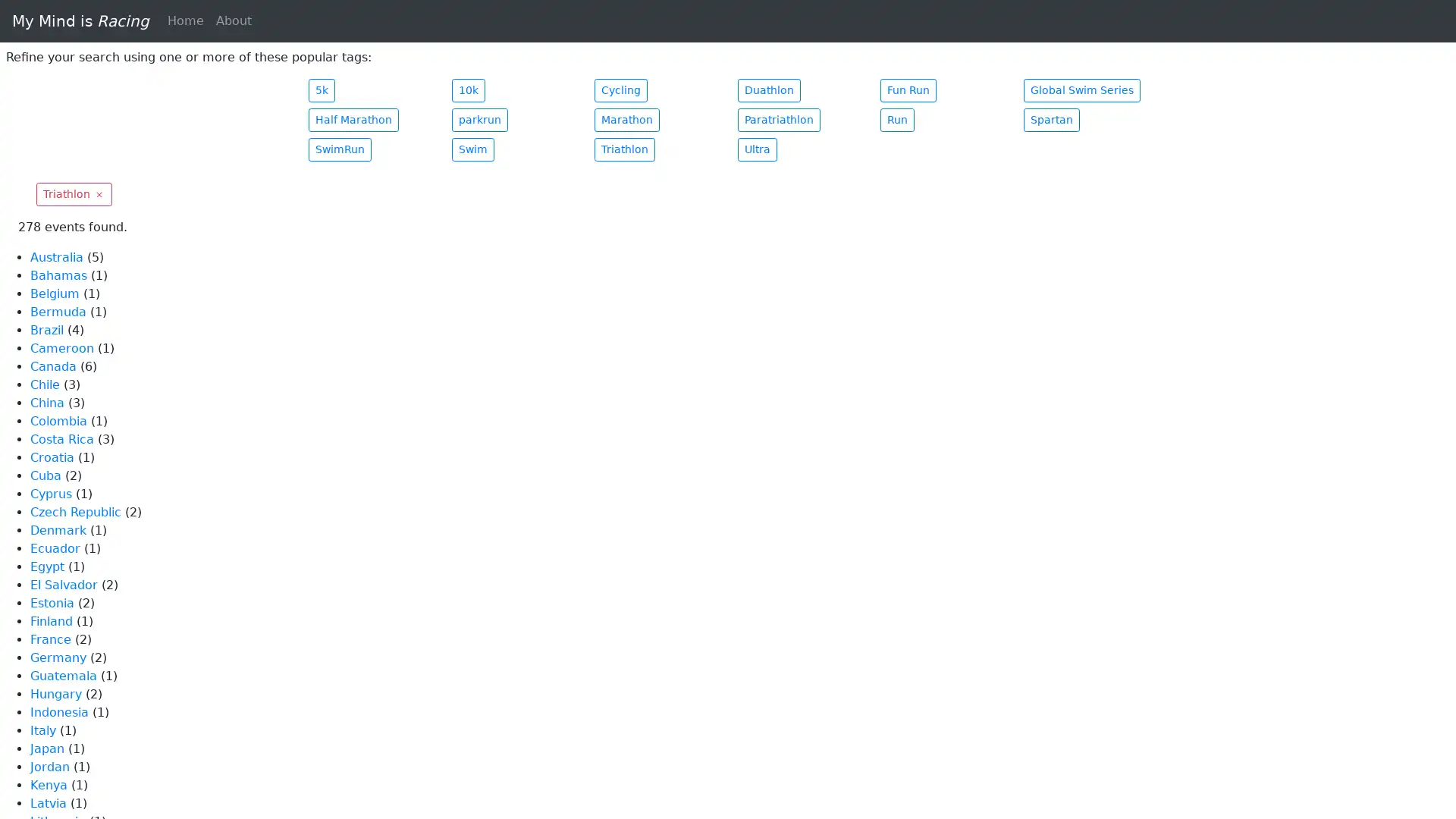  I want to click on SwimRun, so click(339, 149).